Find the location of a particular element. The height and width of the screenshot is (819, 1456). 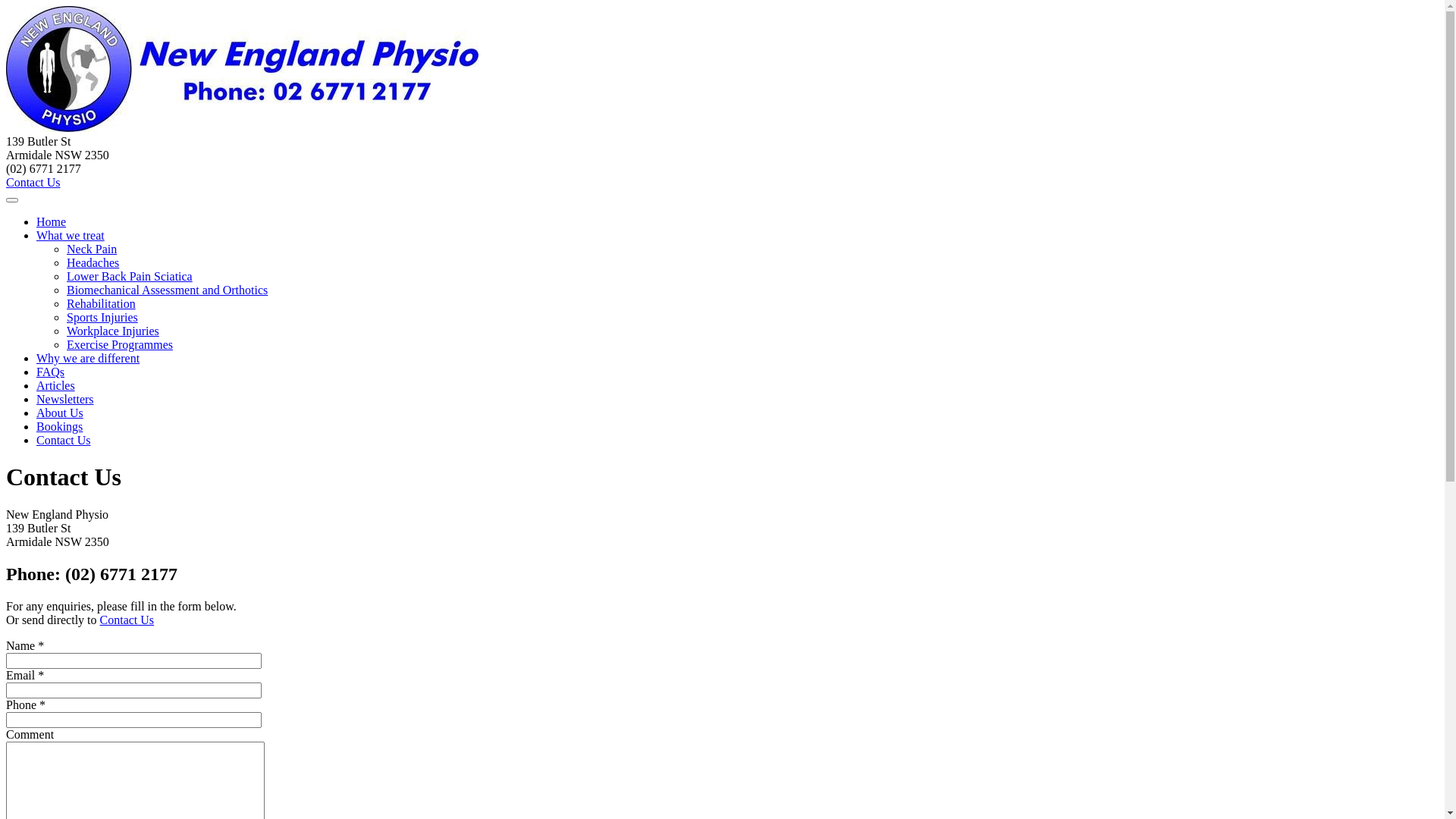

'Why we are different' is located at coordinates (86, 358).